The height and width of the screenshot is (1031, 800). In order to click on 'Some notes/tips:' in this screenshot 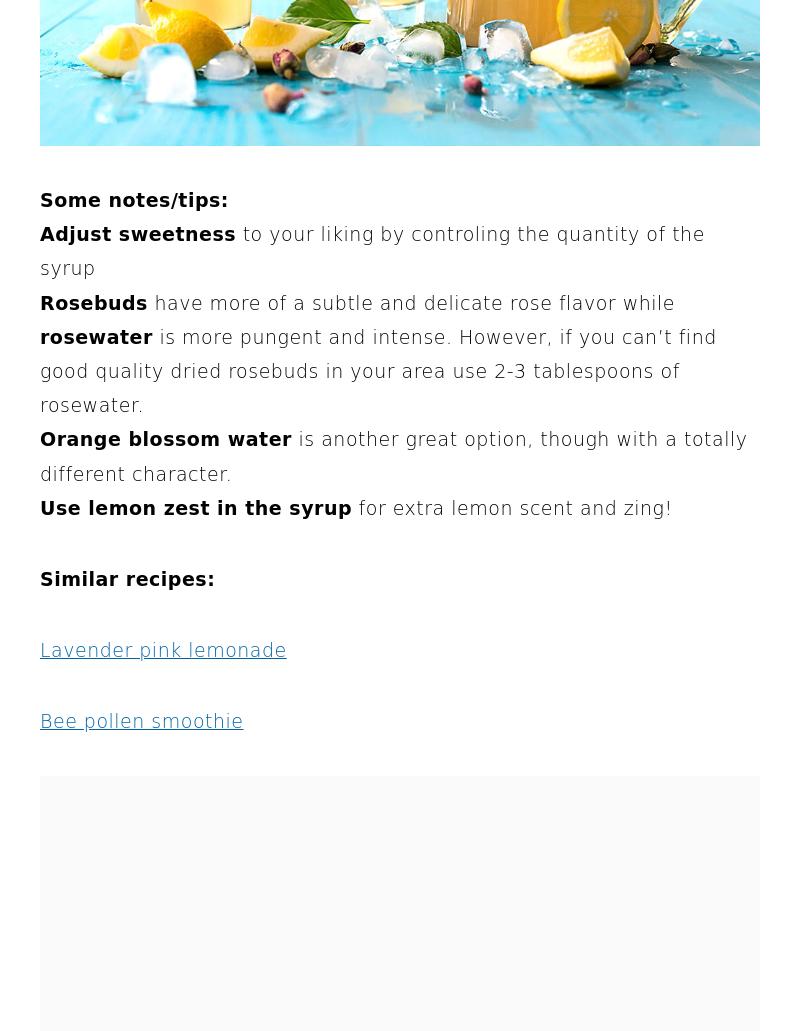, I will do `click(134, 199)`.